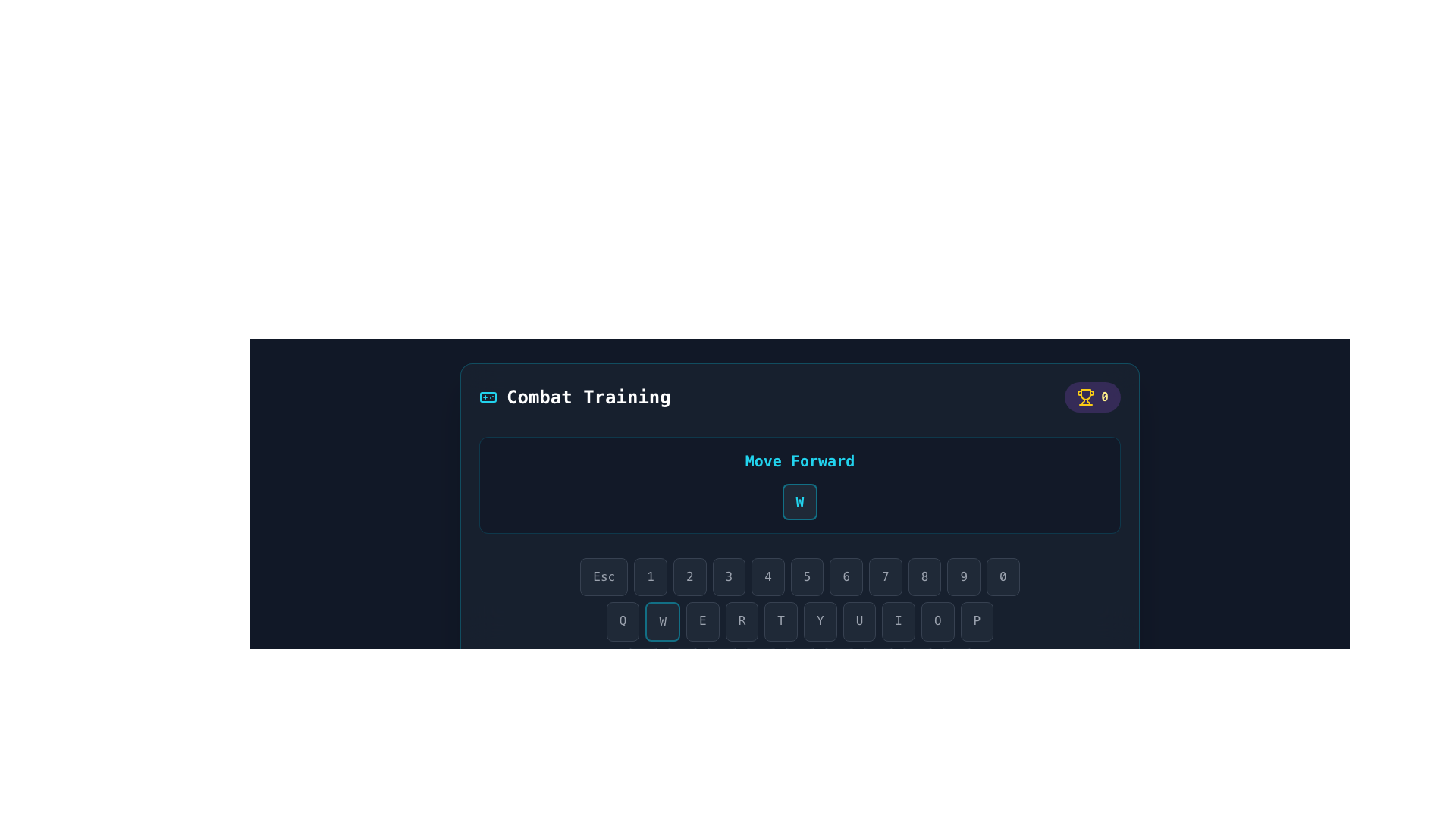 This screenshot has height=819, width=1456. What do you see at coordinates (488, 397) in the screenshot?
I see `the video game controller icon with a cyan outline located to the left of the 'Combat Training' text in the top-left area of the interface` at bounding box center [488, 397].